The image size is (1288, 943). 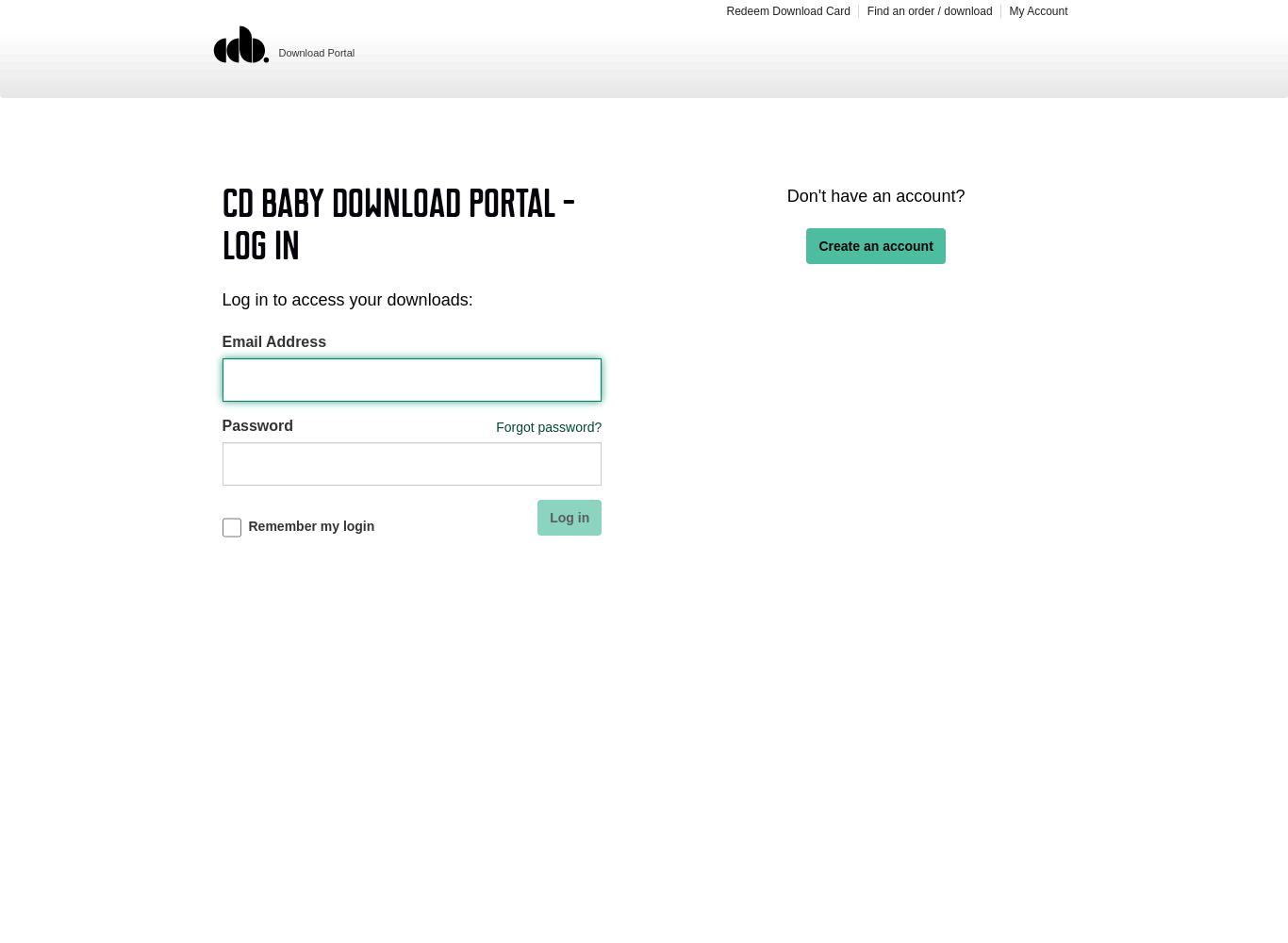 What do you see at coordinates (548, 425) in the screenshot?
I see `'Forgot password?'` at bounding box center [548, 425].